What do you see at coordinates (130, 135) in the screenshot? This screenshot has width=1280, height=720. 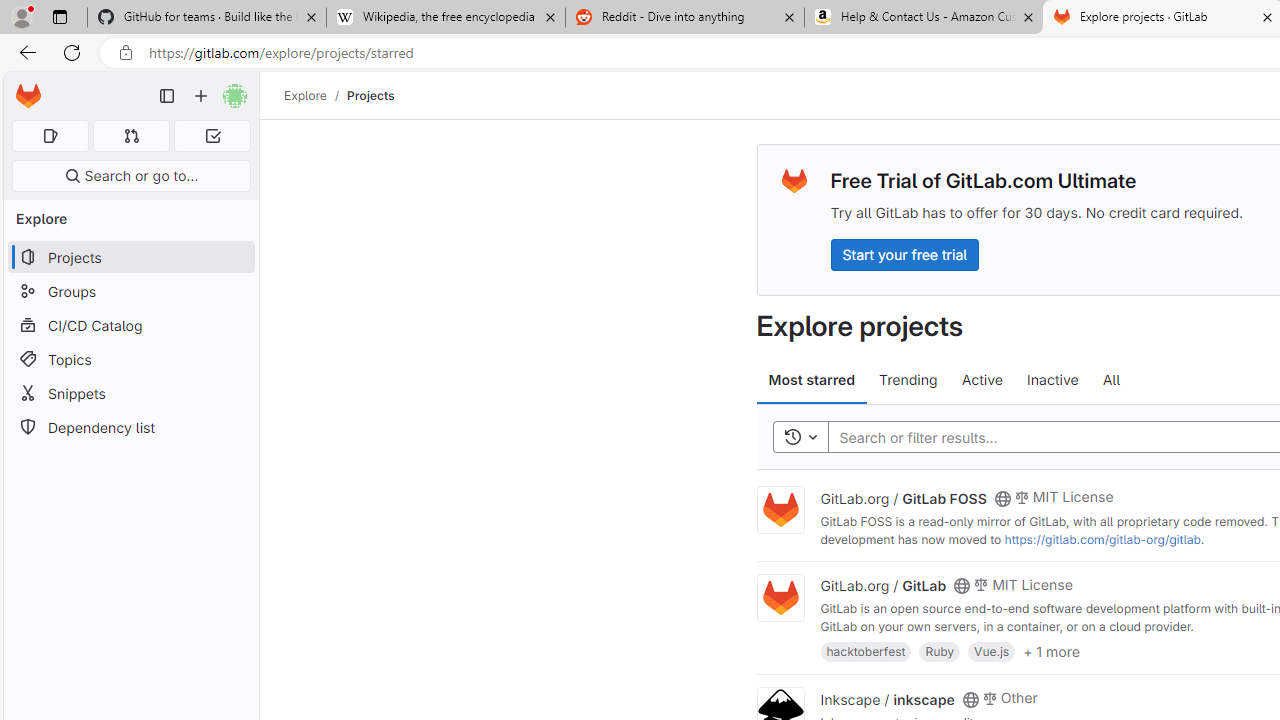 I see `'Merge requests 0'` at bounding box center [130, 135].